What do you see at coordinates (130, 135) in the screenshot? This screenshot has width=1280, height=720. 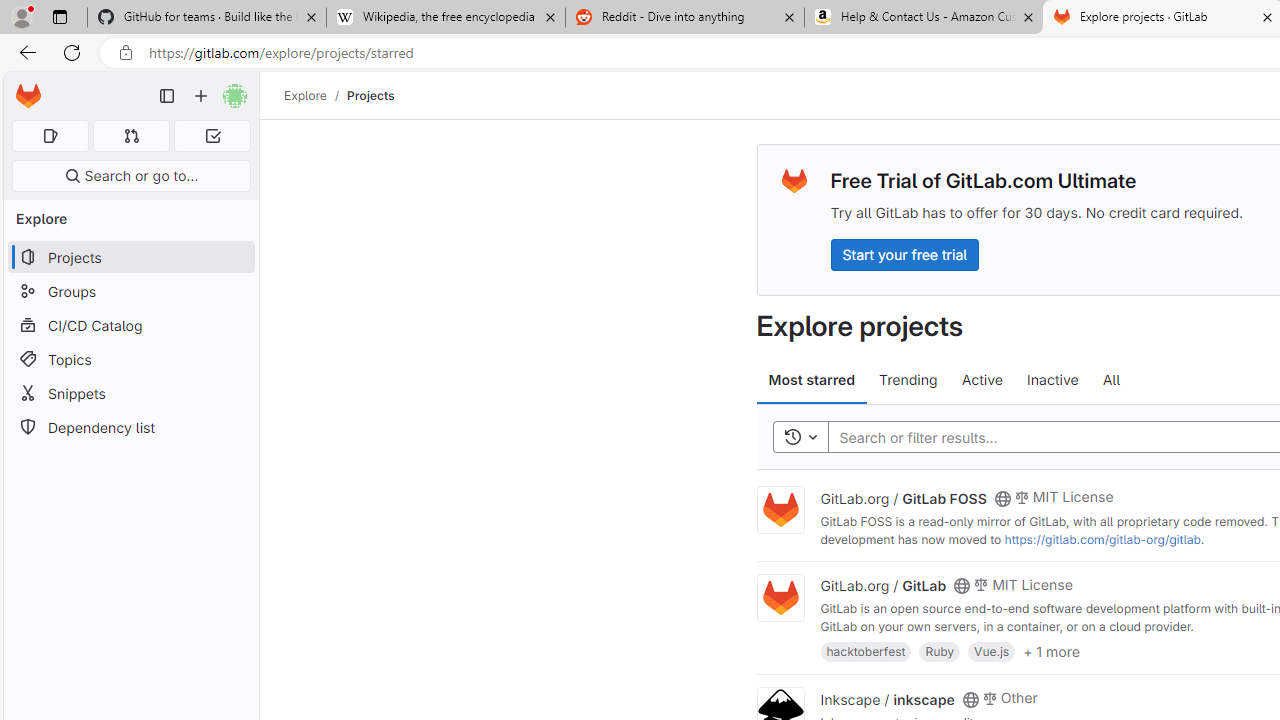 I see `'Merge requests 0'` at bounding box center [130, 135].